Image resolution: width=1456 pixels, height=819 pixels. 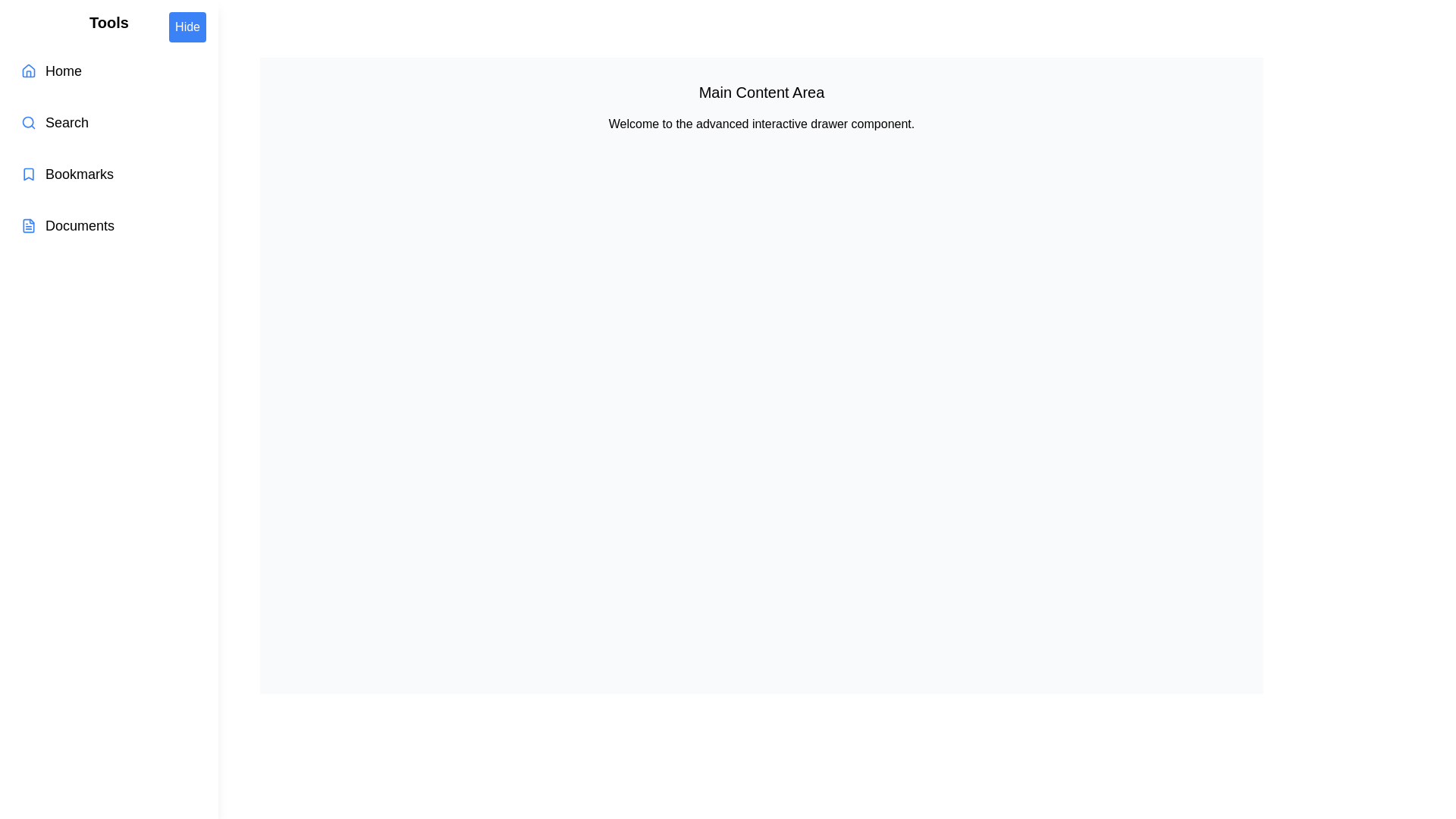 I want to click on the menu item Documents from the drawer, so click(x=108, y=225).